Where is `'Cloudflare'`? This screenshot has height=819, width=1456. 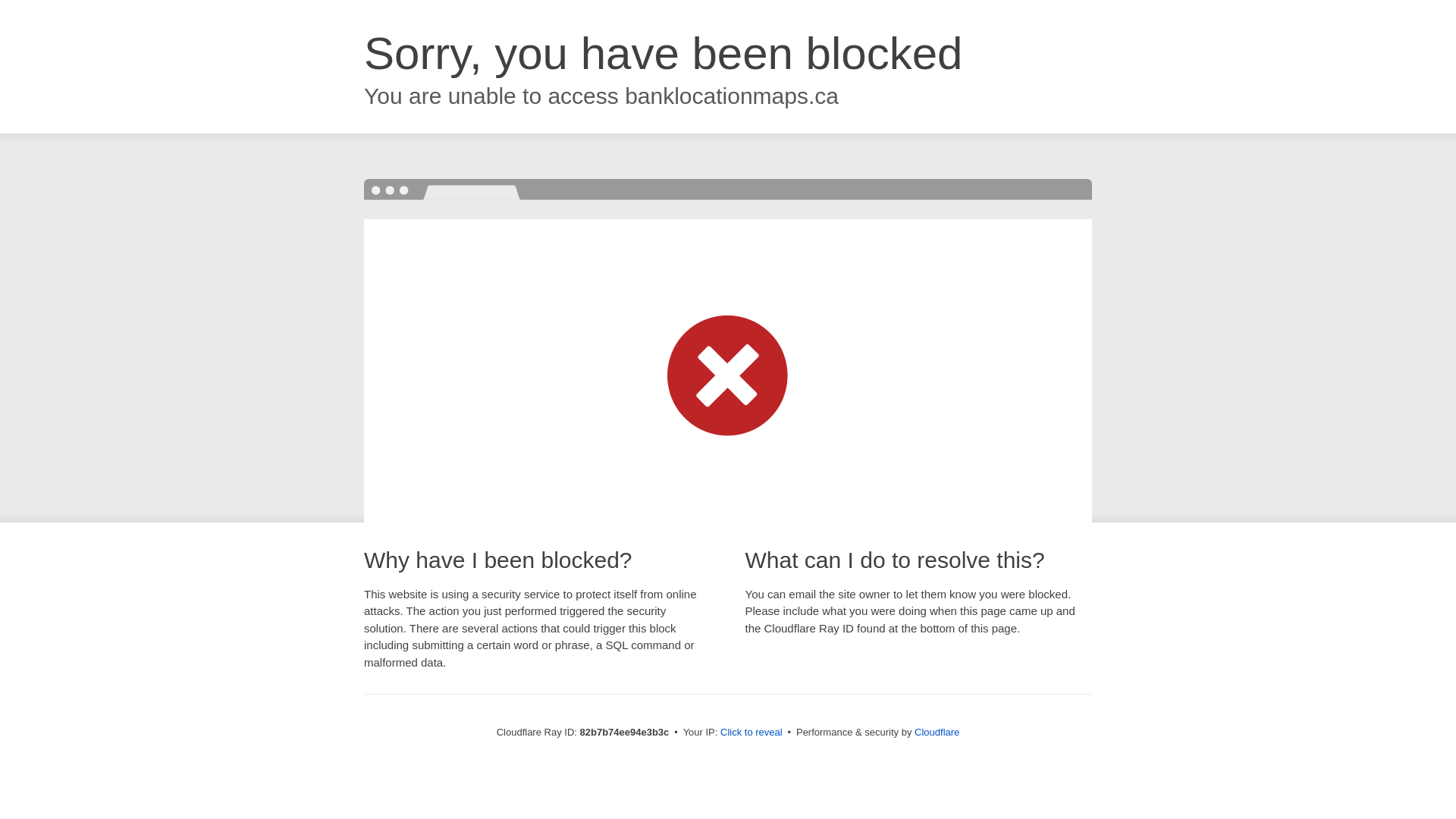
'Cloudflare' is located at coordinates (936, 731).